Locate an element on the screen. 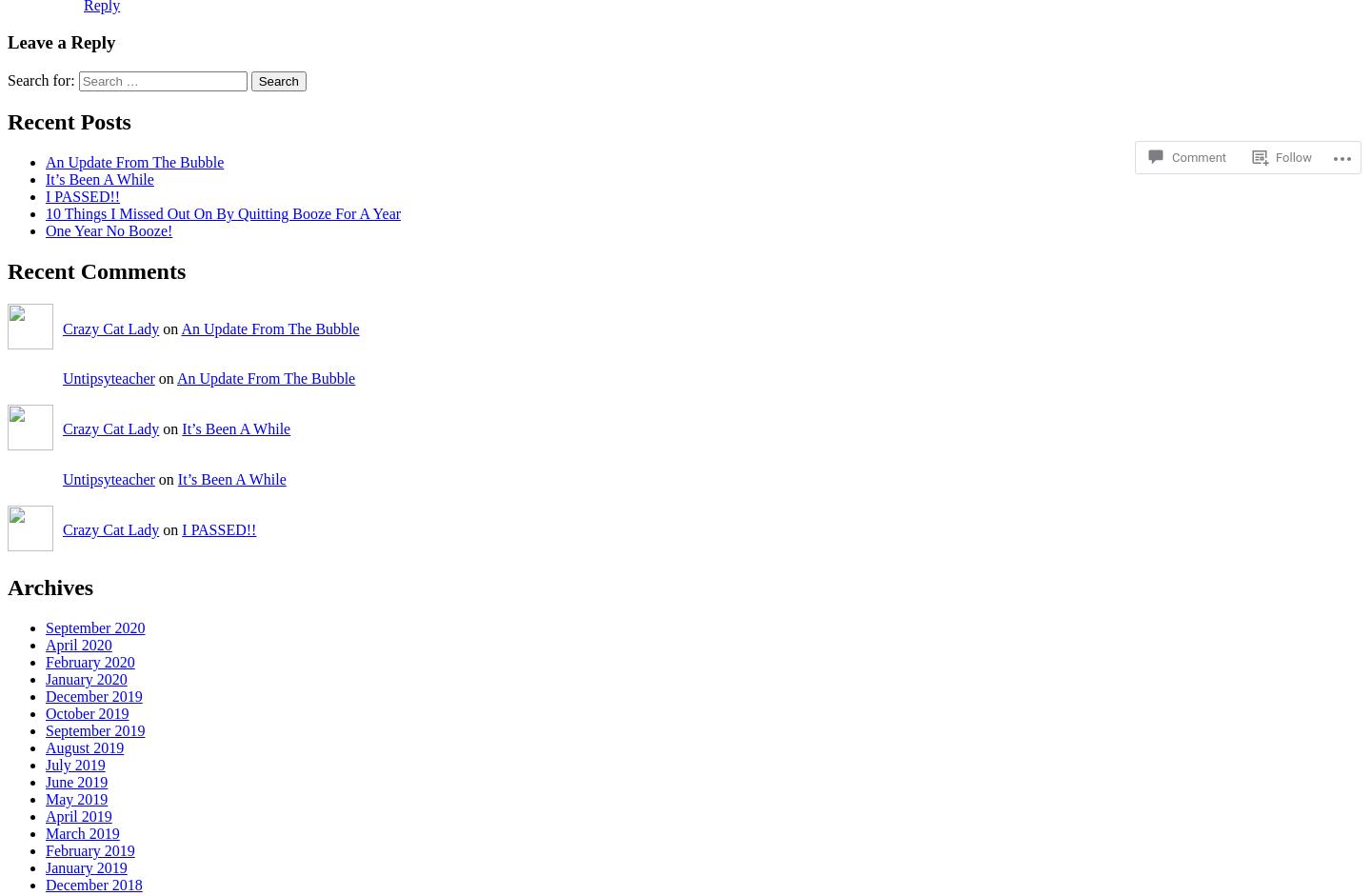 Image resolution: width=1371 pixels, height=896 pixels. 'Leave a Reply' is located at coordinates (61, 41).